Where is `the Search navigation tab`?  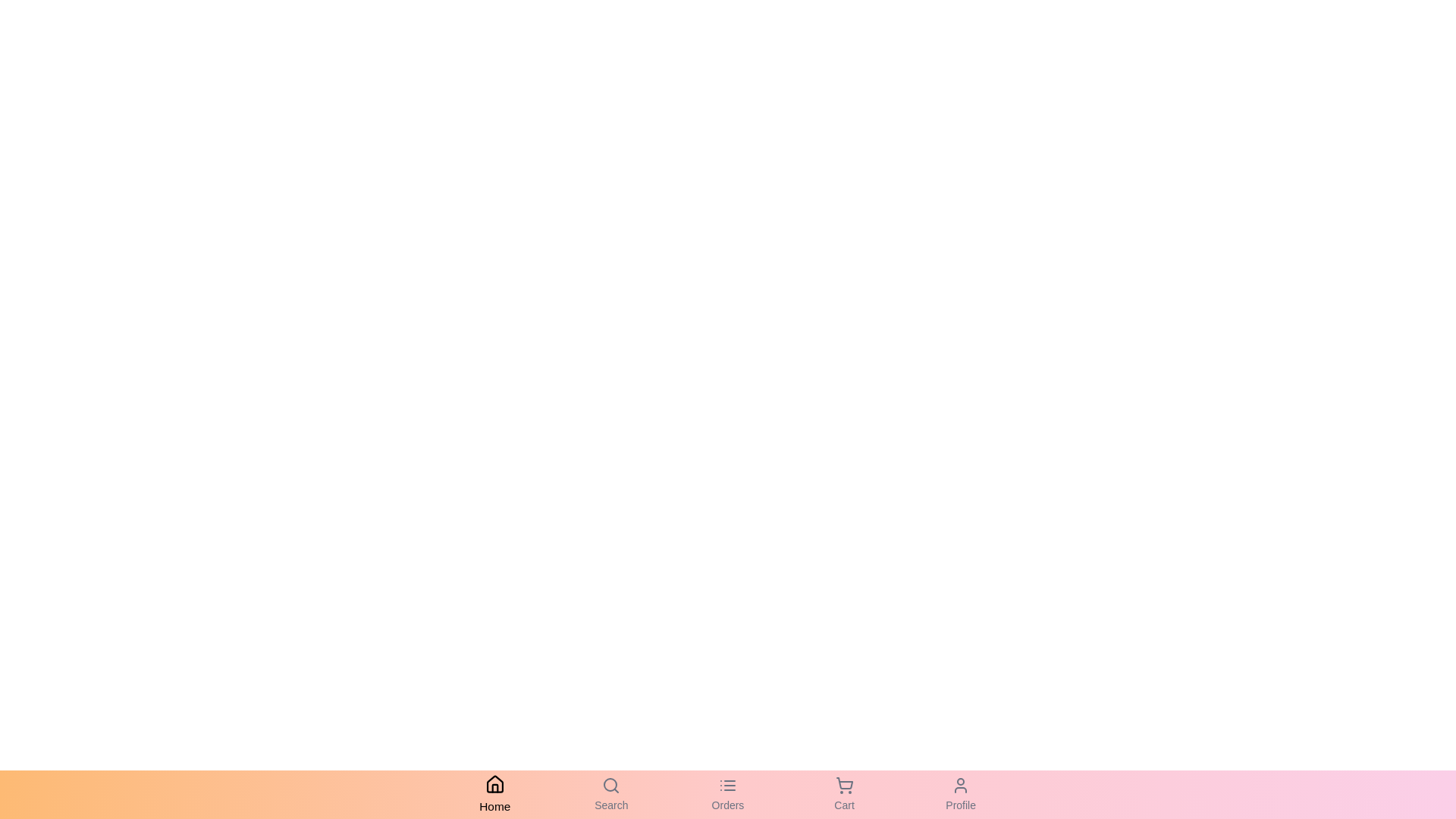
the Search navigation tab is located at coordinates (611, 794).